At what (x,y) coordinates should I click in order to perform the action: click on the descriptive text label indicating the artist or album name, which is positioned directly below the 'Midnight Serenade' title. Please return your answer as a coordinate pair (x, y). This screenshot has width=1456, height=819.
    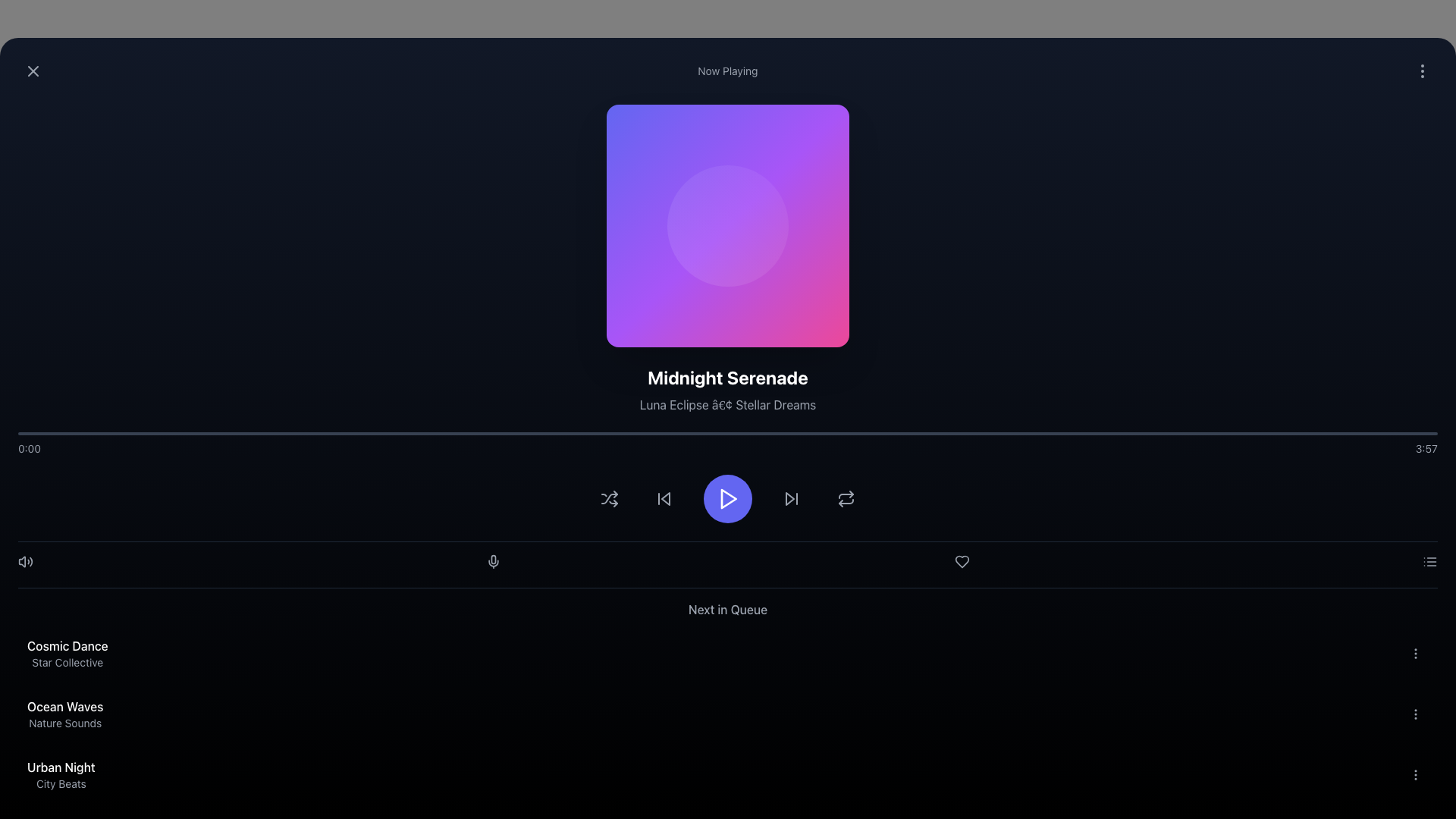
    Looking at the image, I should click on (728, 403).